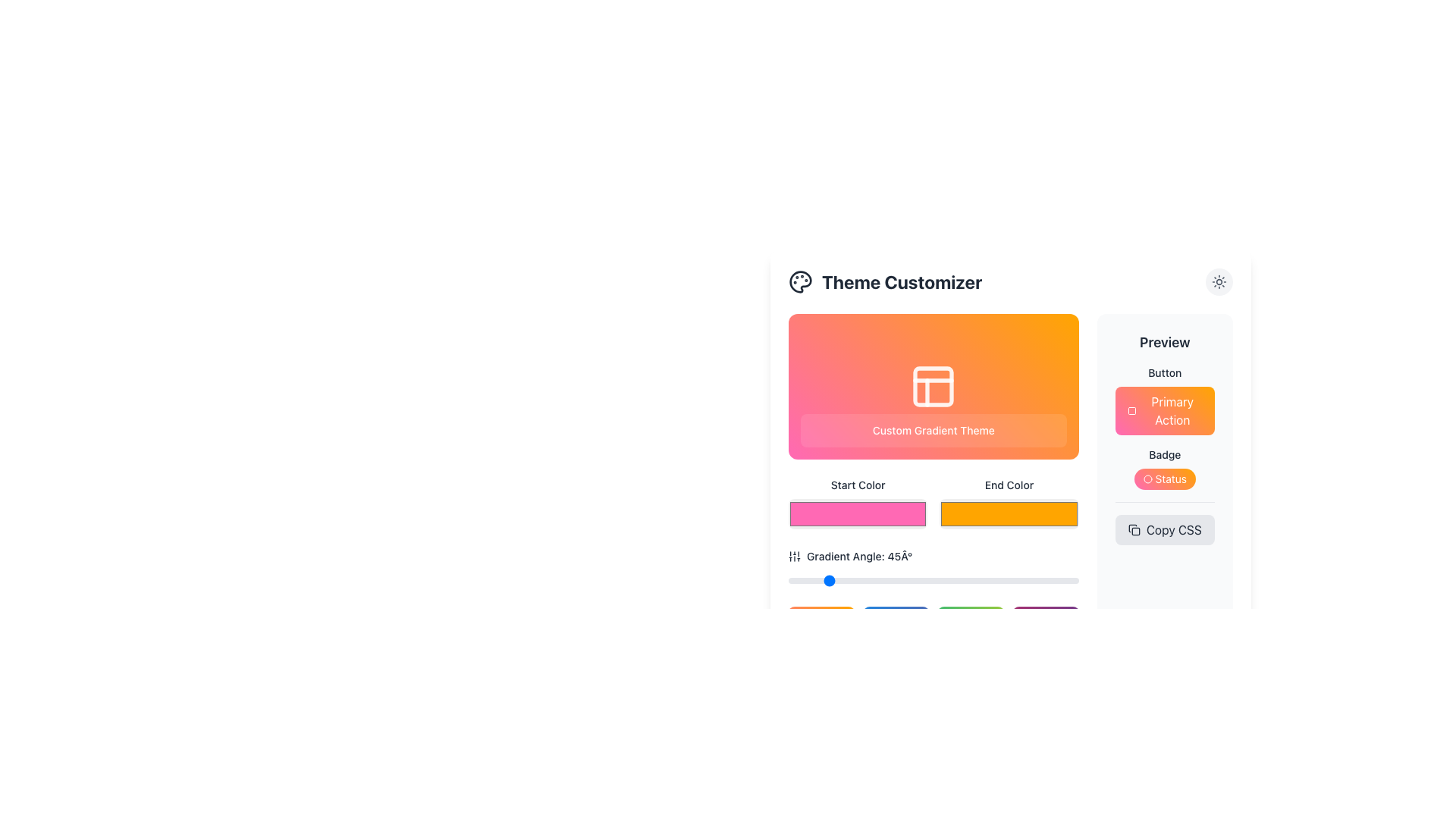 The height and width of the screenshot is (819, 1456). What do you see at coordinates (933, 504) in the screenshot?
I see `the 'Start Color' and 'End Color' selectors in the grid component` at bounding box center [933, 504].